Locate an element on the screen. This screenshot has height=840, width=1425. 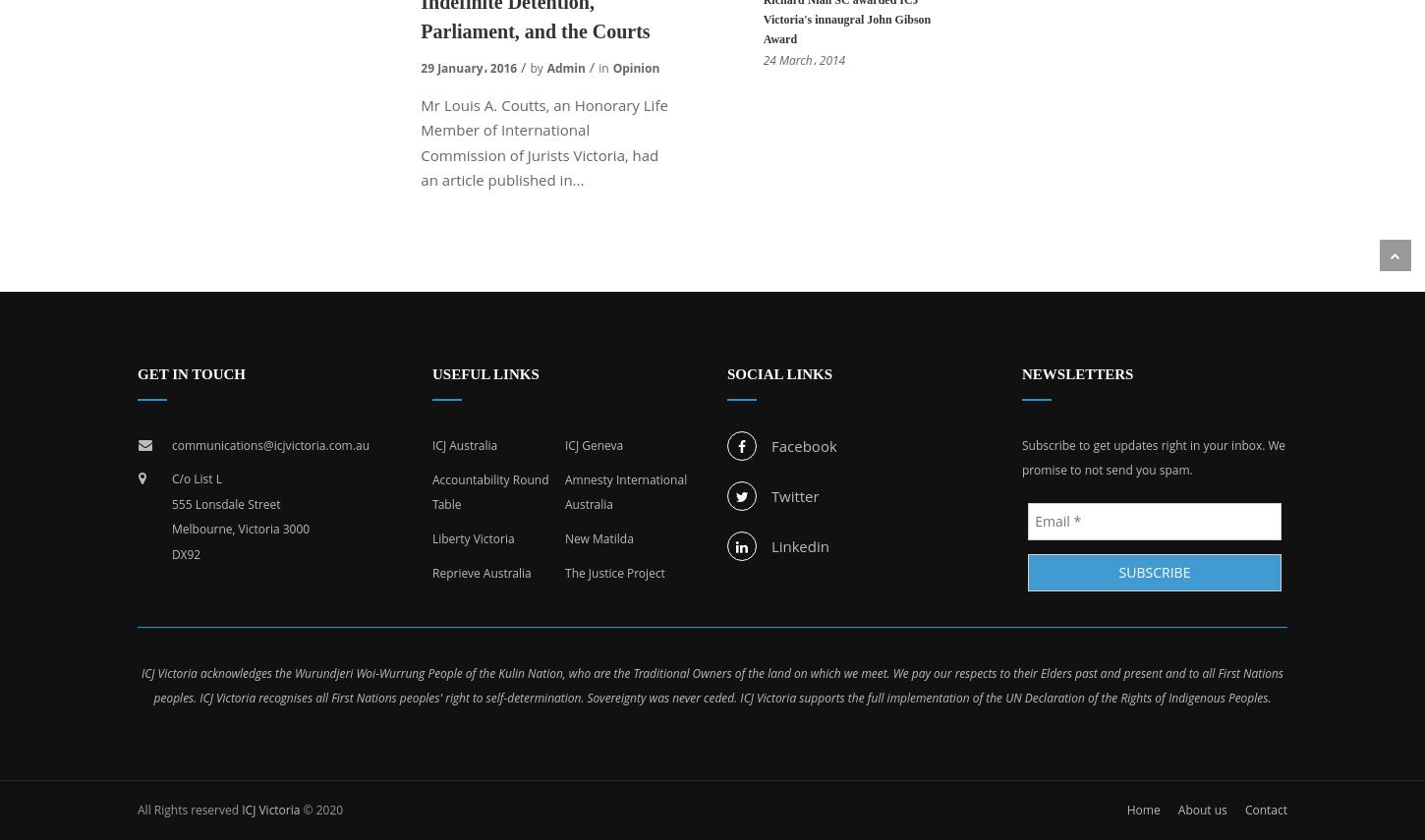
'Contact' is located at coordinates (1265, 808).